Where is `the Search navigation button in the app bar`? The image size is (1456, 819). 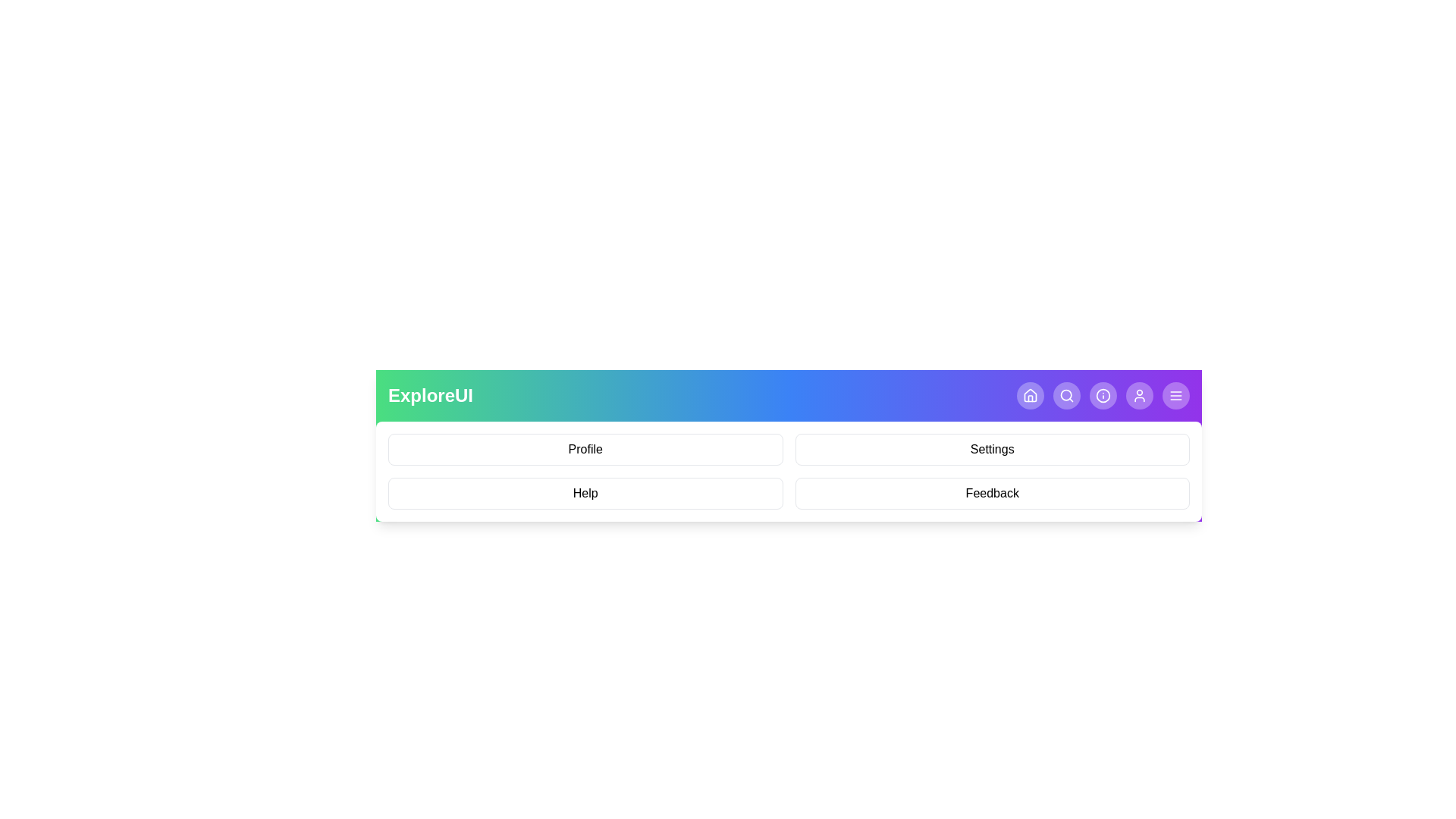 the Search navigation button in the app bar is located at coordinates (1065, 394).